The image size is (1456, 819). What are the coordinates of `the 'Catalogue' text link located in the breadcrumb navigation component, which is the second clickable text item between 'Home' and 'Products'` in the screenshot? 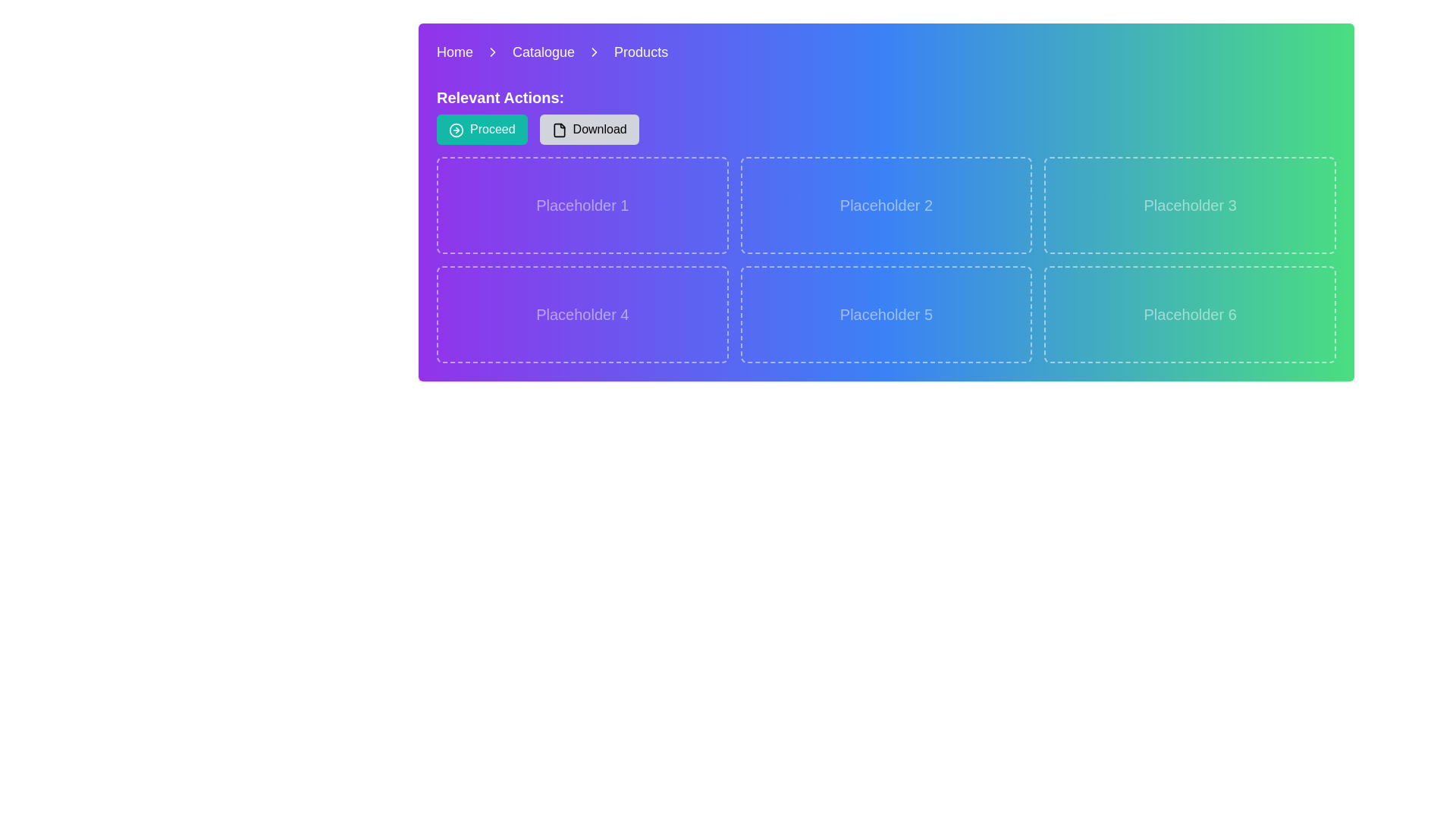 It's located at (544, 52).